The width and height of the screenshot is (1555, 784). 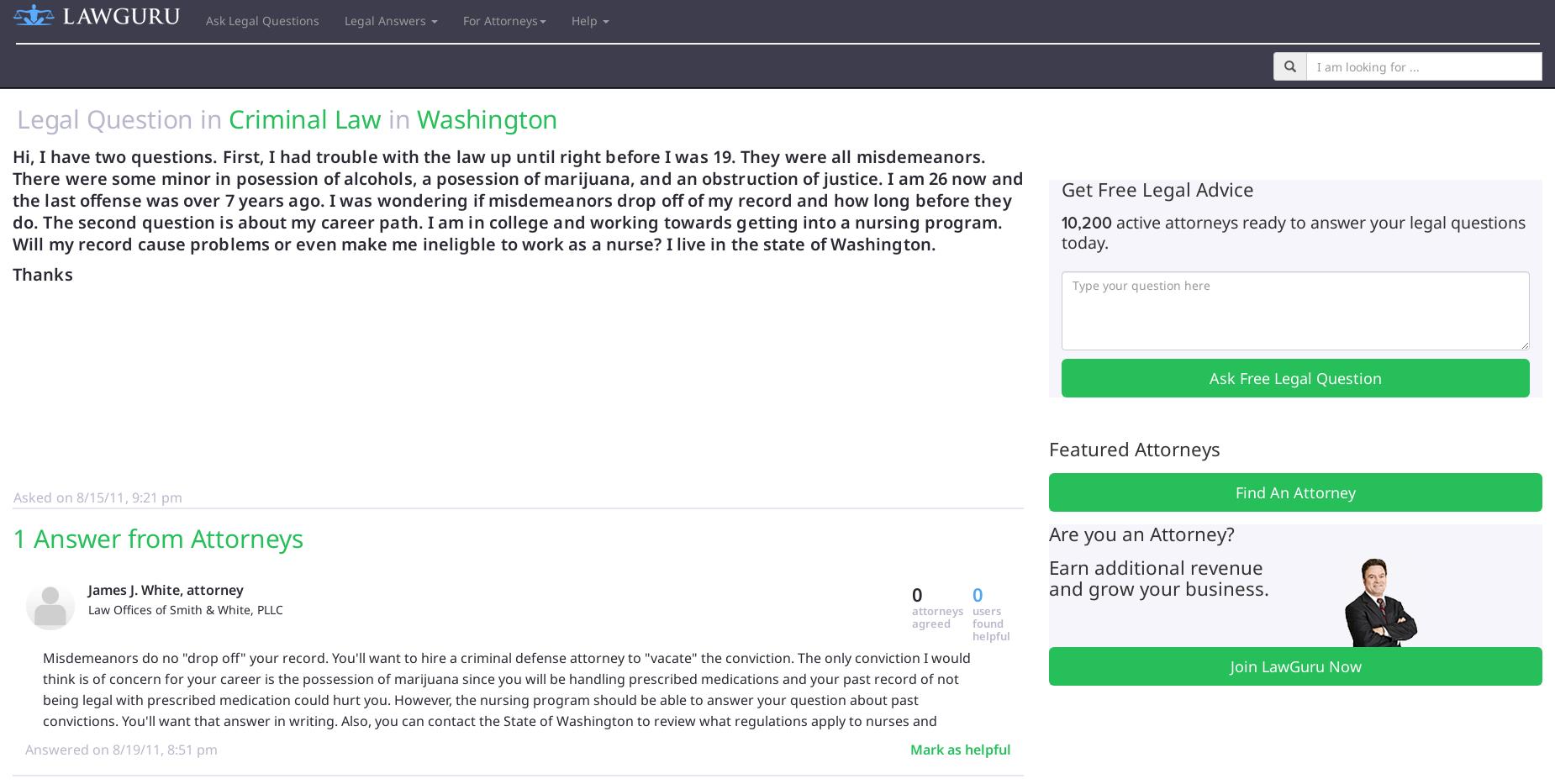 I want to click on 'Legal Answers', so click(x=386, y=19).